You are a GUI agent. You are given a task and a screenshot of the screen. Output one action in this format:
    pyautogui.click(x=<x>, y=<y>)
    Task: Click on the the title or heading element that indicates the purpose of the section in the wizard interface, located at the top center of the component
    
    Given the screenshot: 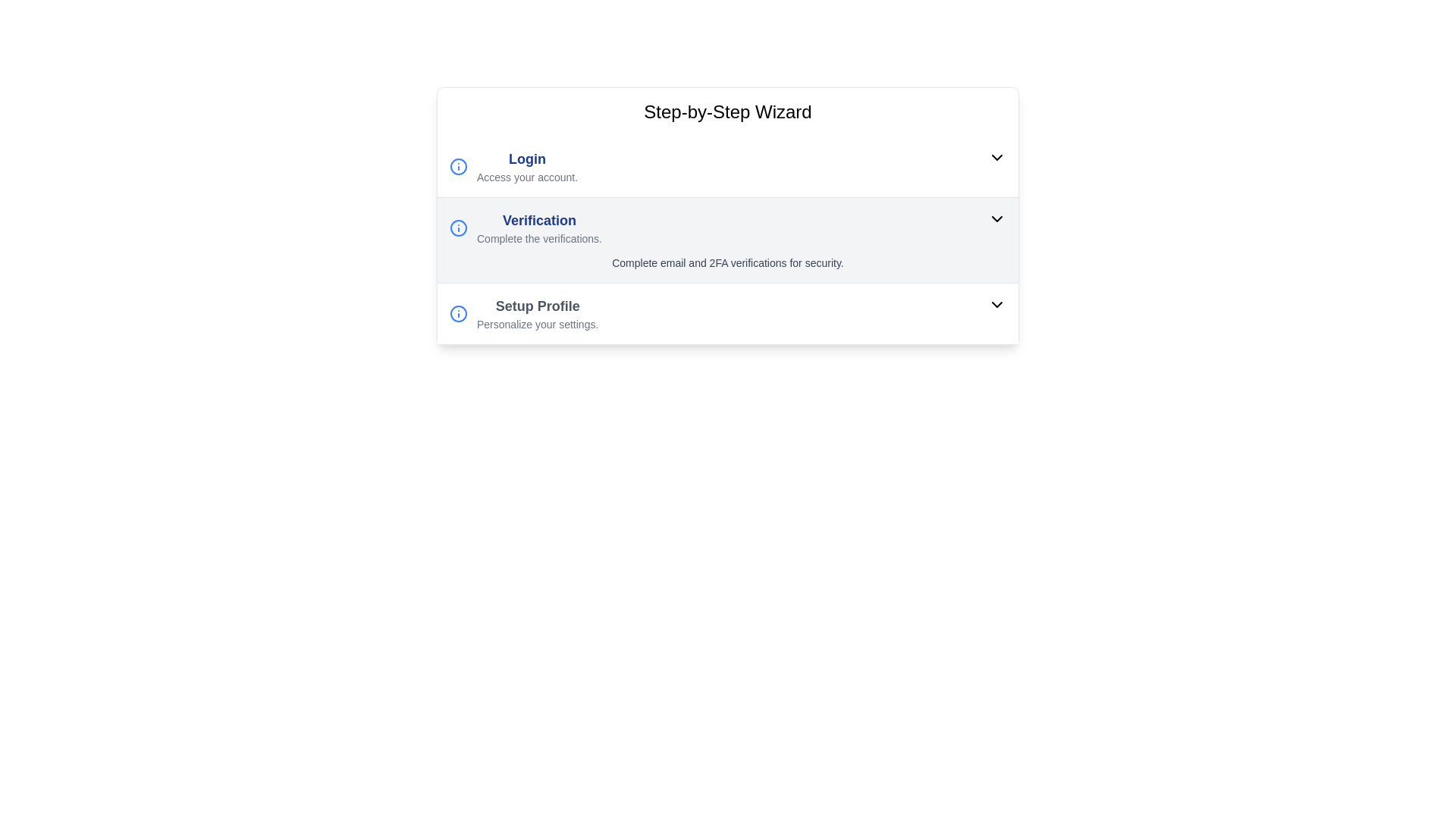 What is the action you would take?
    pyautogui.click(x=728, y=111)
    